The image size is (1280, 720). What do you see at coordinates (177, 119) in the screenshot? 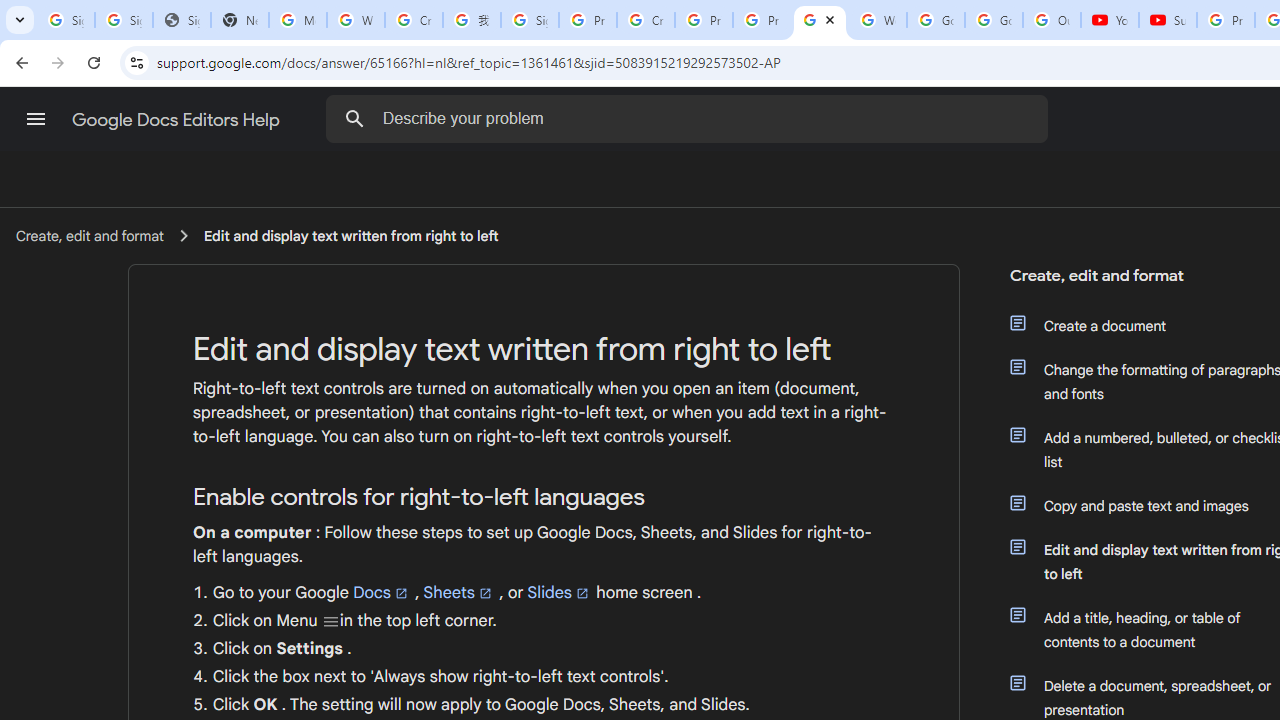
I see `'Google Docs Editors Help'` at bounding box center [177, 119].